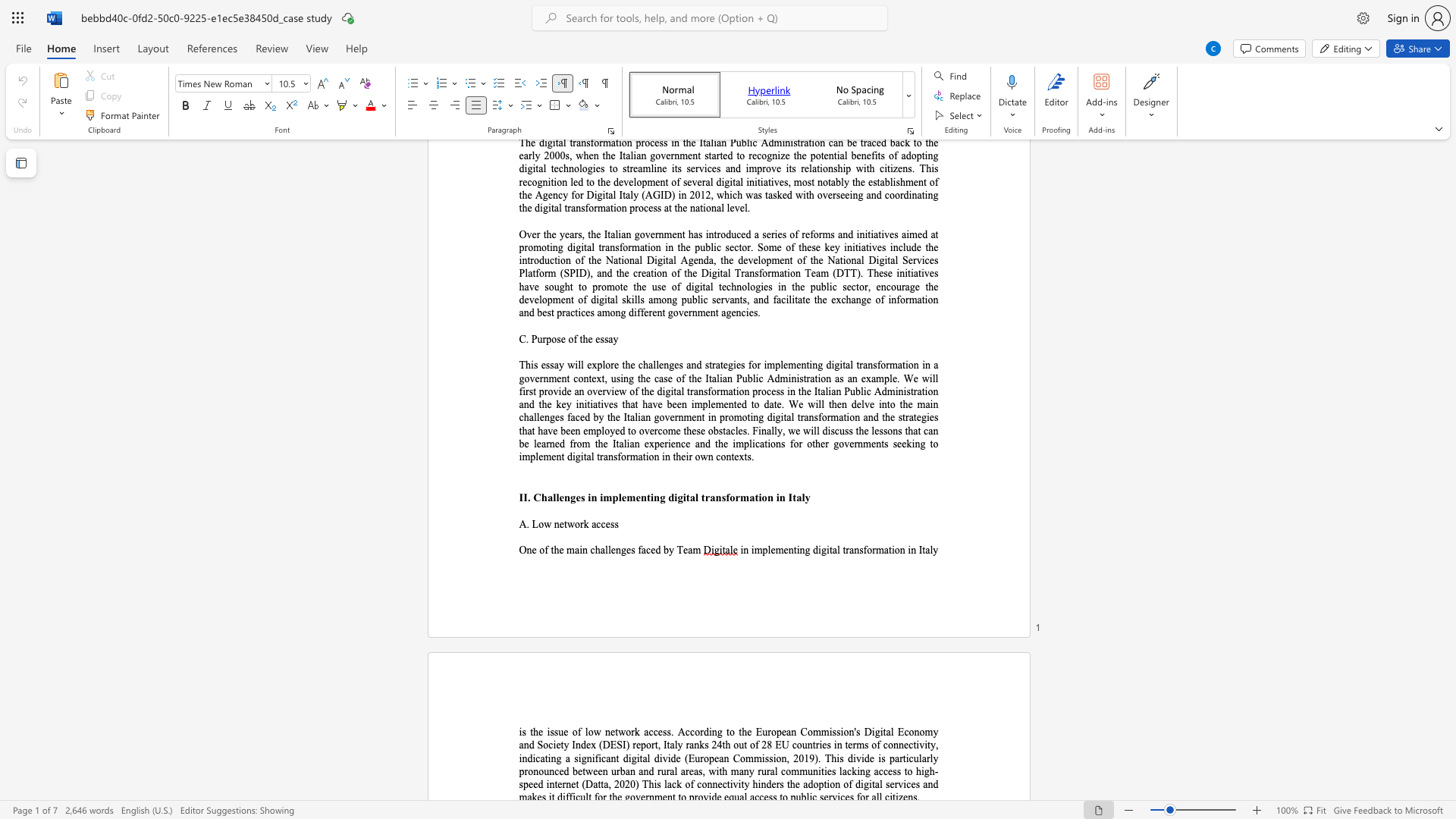 The height and width of the screenshot is (819, 1456). What do you see at coordinates (661, 758) in the screenshot?
I see `the 6th character "i" in the text` at bounding box center [661, 758].